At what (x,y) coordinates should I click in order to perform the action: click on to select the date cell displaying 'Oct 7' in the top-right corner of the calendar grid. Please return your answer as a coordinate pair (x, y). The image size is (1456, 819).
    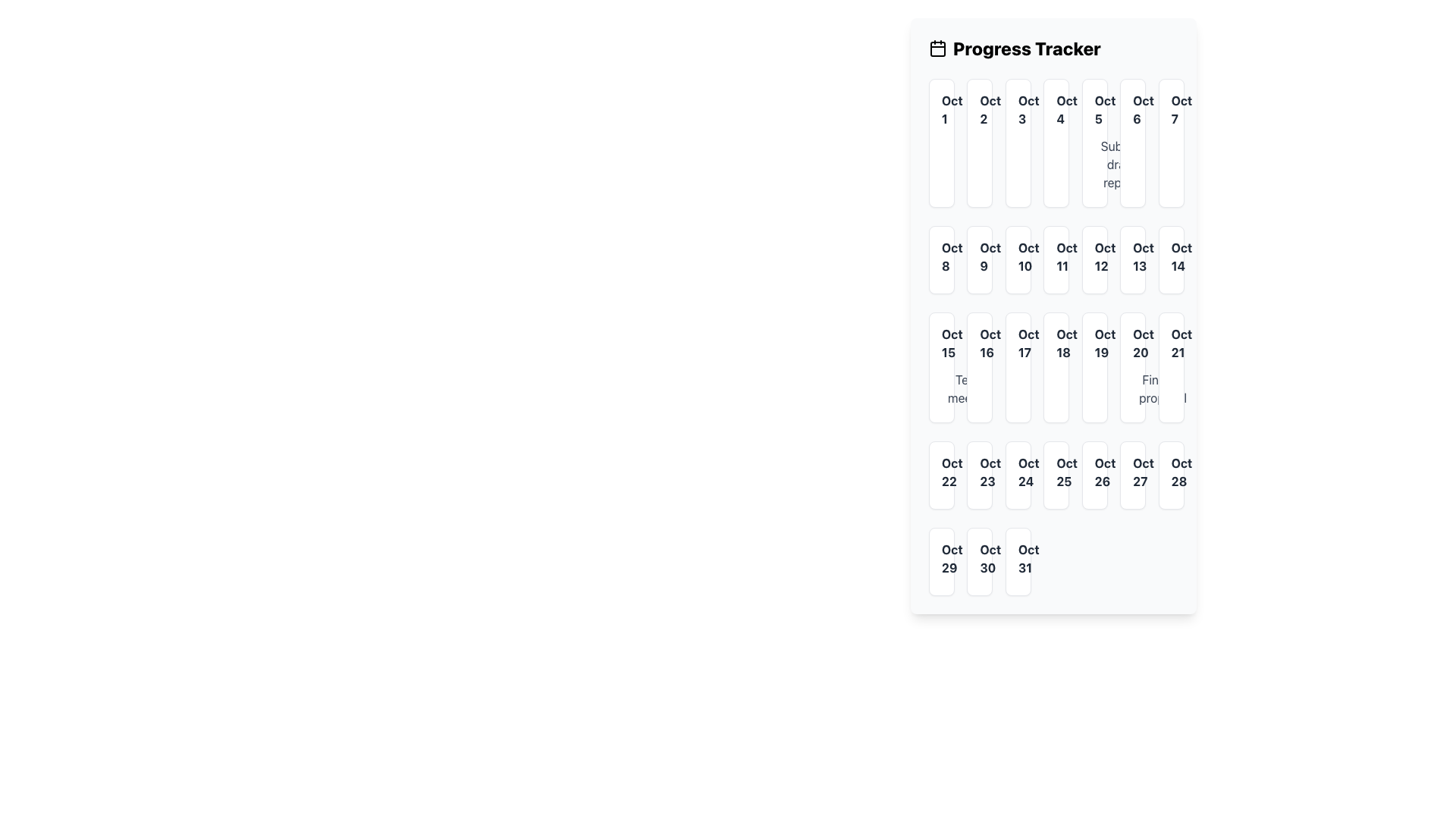
    Looking at the image, I should click on (1170, 143).